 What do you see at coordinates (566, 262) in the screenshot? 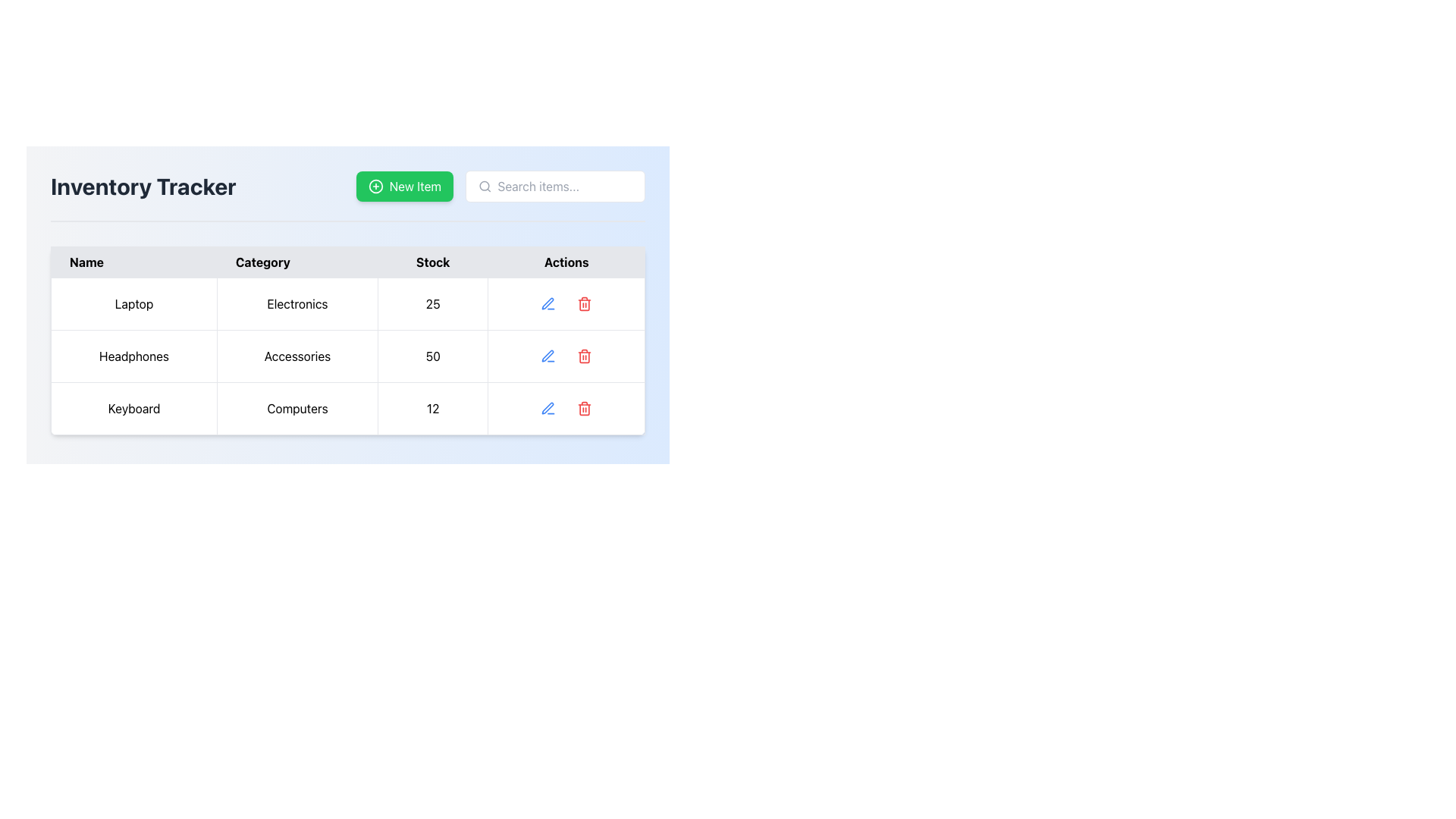
I see `the 'Actions' column header to sort the column, if sortable` at bounding box center [566, 262].